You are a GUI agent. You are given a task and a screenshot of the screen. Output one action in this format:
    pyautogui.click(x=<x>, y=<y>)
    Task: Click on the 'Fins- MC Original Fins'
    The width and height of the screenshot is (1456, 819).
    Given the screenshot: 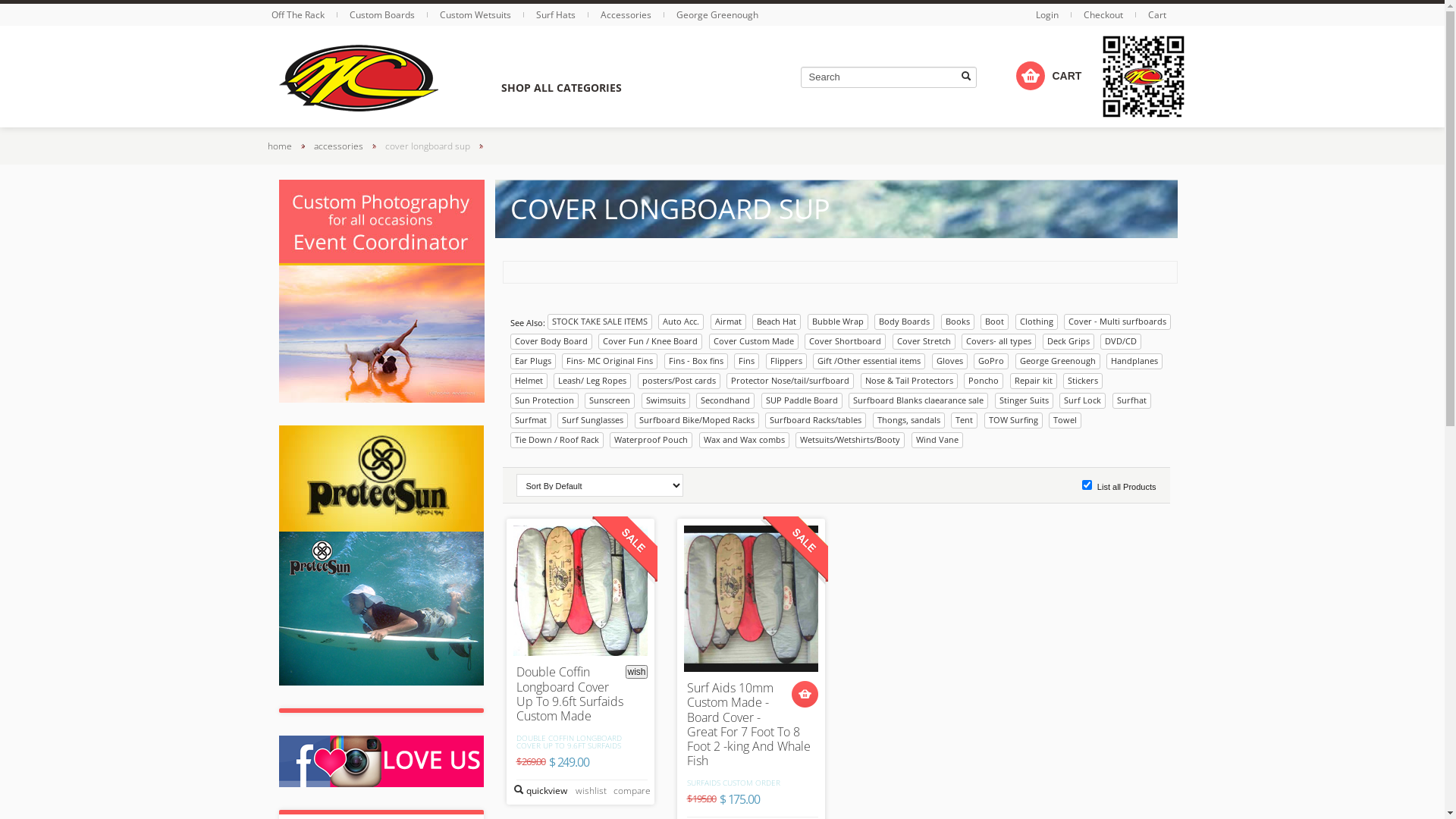 What is the action you would take?
    pyautogui.click(x=560, y=361)
    